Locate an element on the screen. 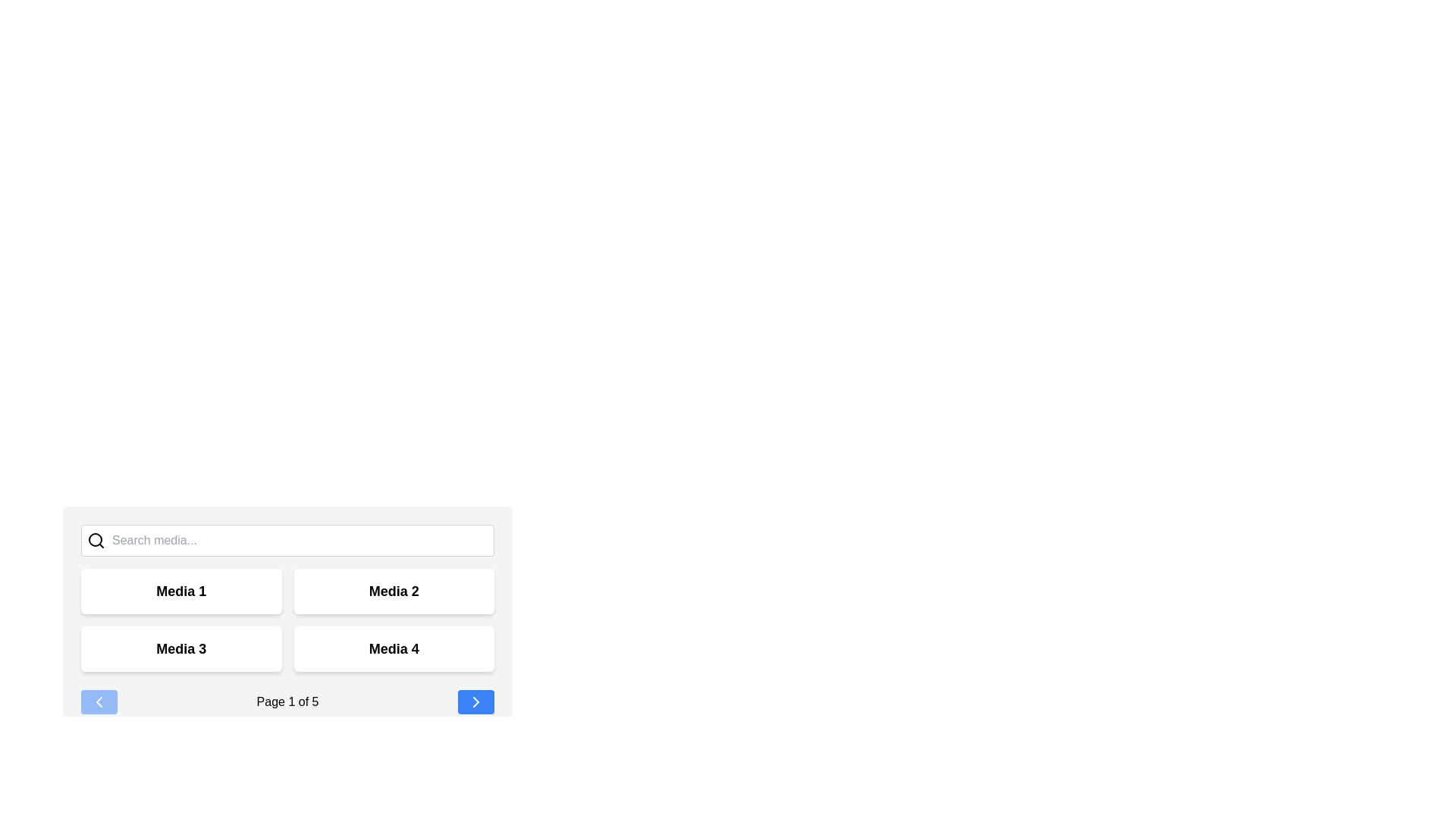 The image size is (1456, 819). the 'previous' button located at the bottom left corner of the navigation bar is located at coordinates (98, 701).